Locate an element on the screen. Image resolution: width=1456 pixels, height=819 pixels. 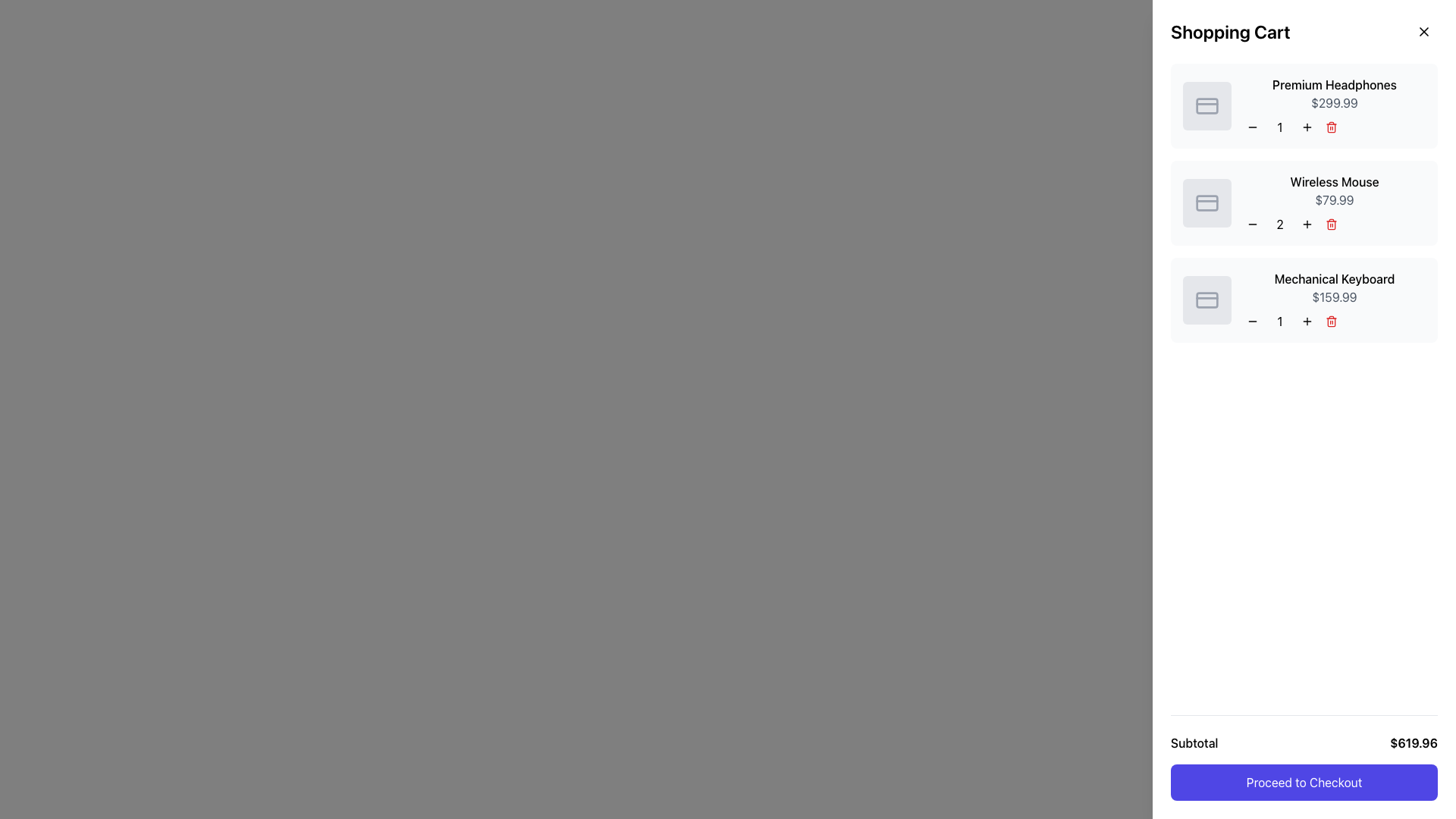
the delete icon located next to the 'Wireless Mouse' item priced at $79.99 in the shopping cart is located at coordinates (1331, 225).